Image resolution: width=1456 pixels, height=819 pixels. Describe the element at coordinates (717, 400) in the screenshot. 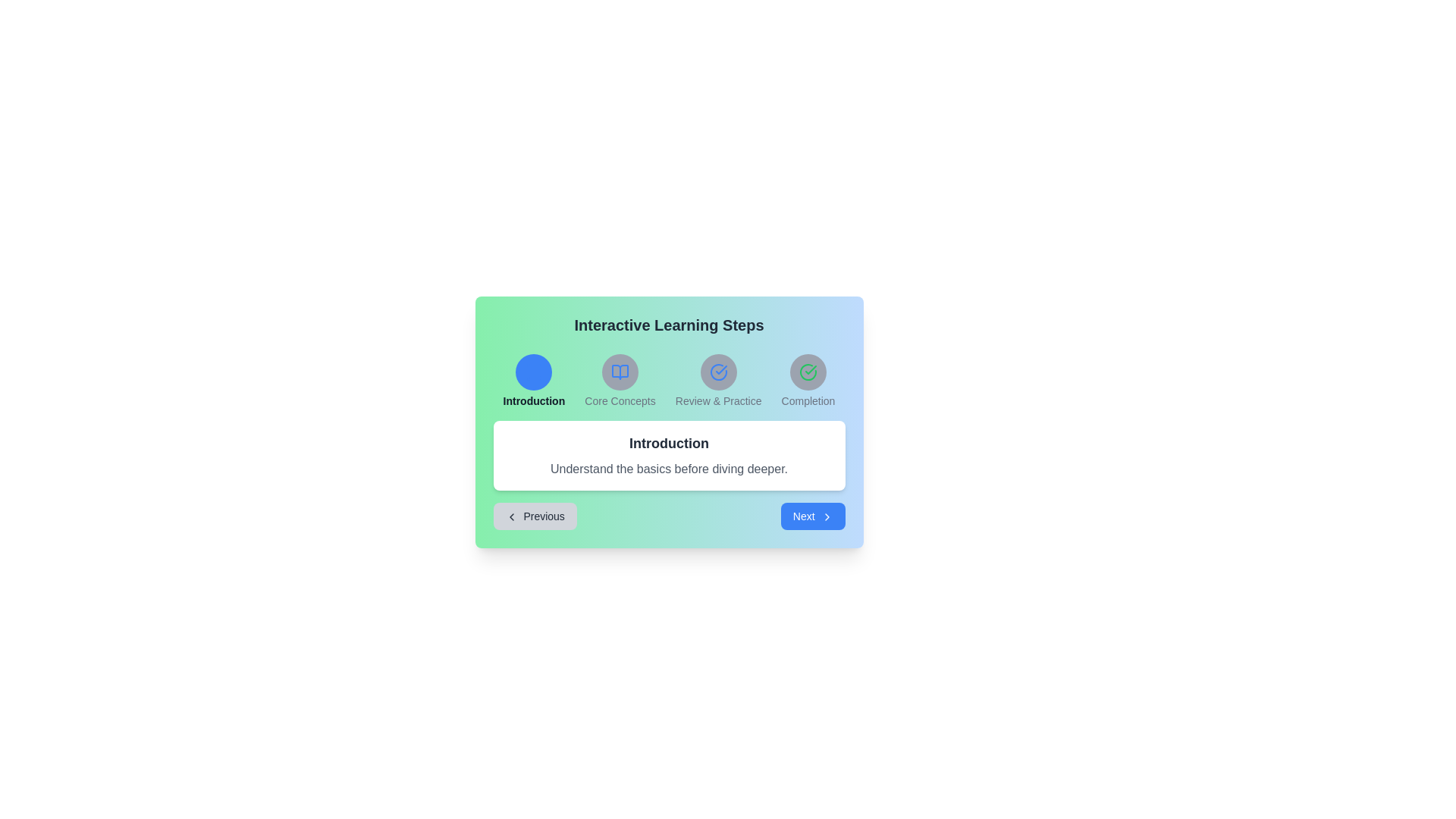

I see `text label that describes the step or phase represented by the circular icon above it, located in the center area of a card layout beneath the heading 'Interactive Learning Steps'. This is the third text label among four in a row` at that location.